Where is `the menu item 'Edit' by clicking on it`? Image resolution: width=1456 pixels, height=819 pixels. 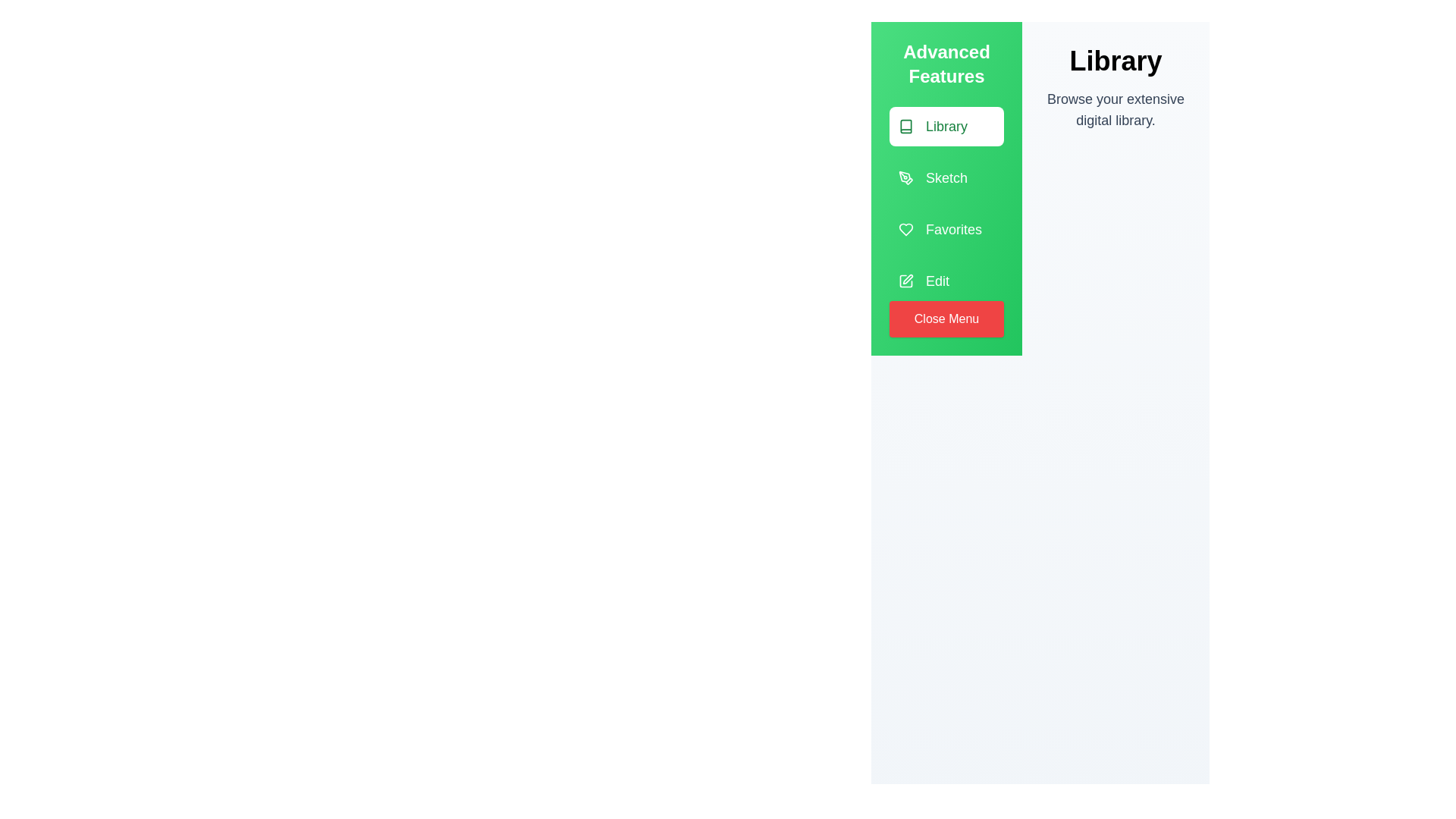
the menu item 'Edit' by clicking on it is located at coordinates (946, 281).